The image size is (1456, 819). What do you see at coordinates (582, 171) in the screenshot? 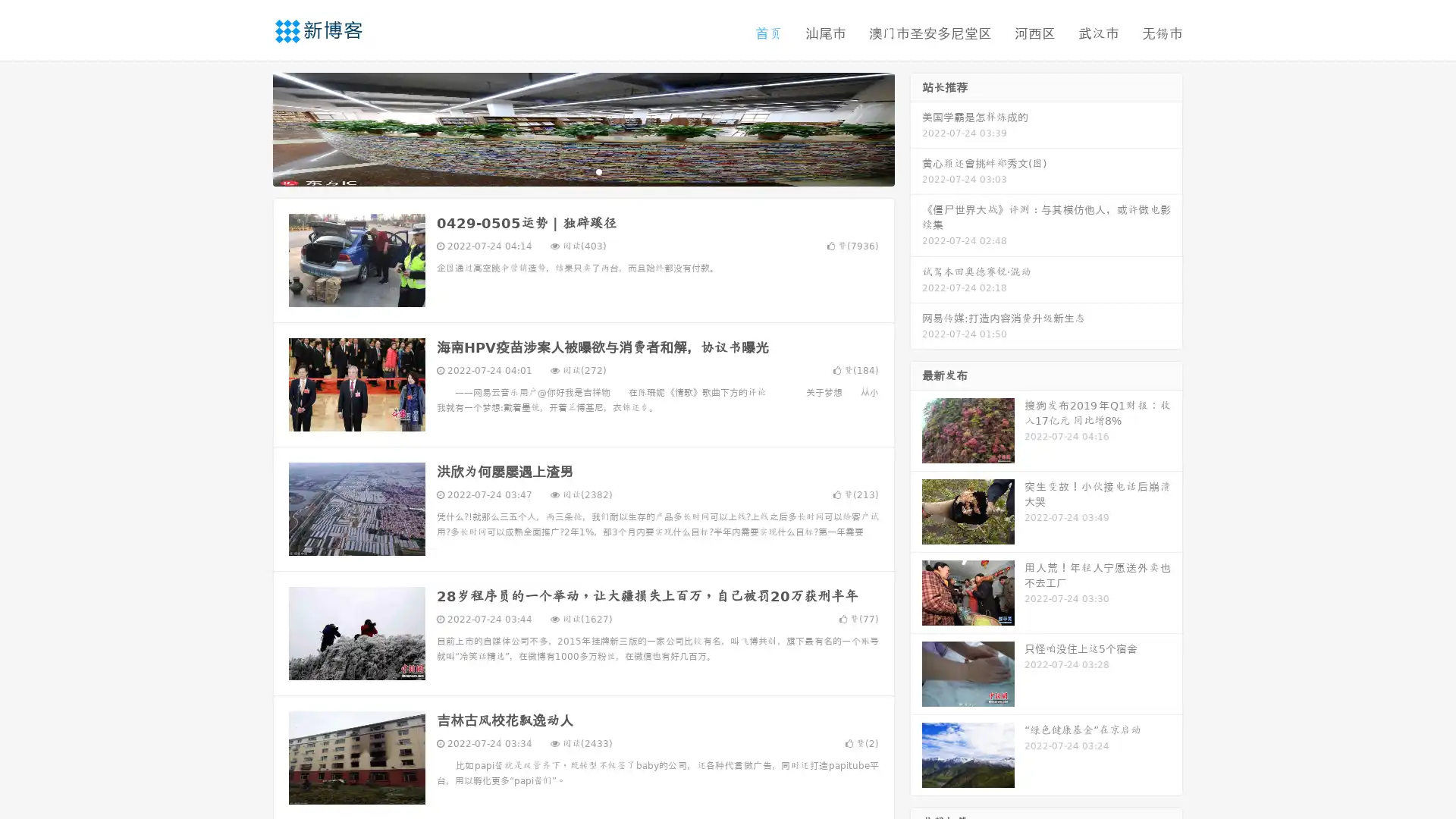
I see `Go to slide 2` at bounding box center [582, 171].